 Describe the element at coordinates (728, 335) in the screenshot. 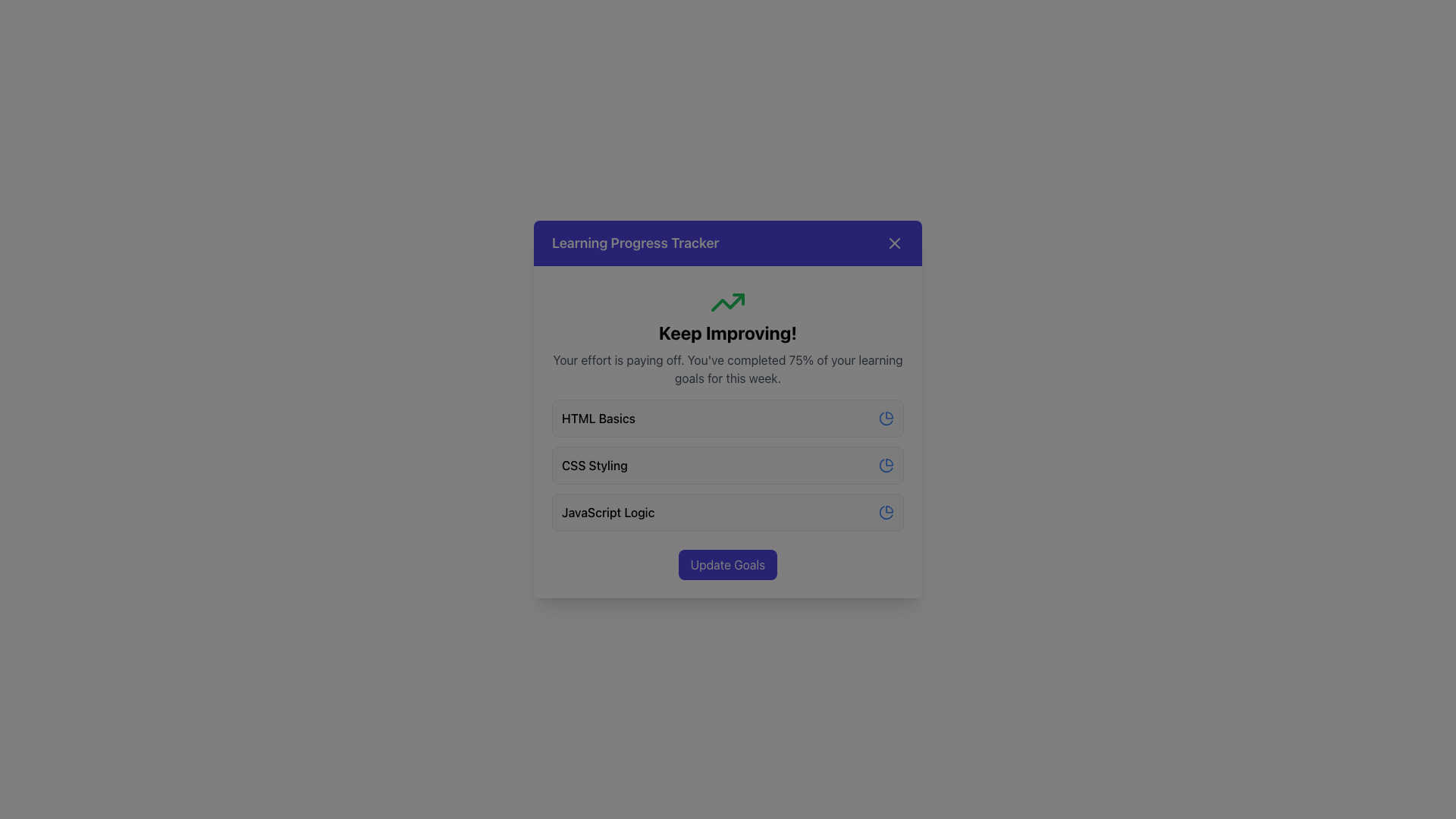

I see `the Informational Display with Icon and Text that informs the user about their progress in completed learning goals` at that location.